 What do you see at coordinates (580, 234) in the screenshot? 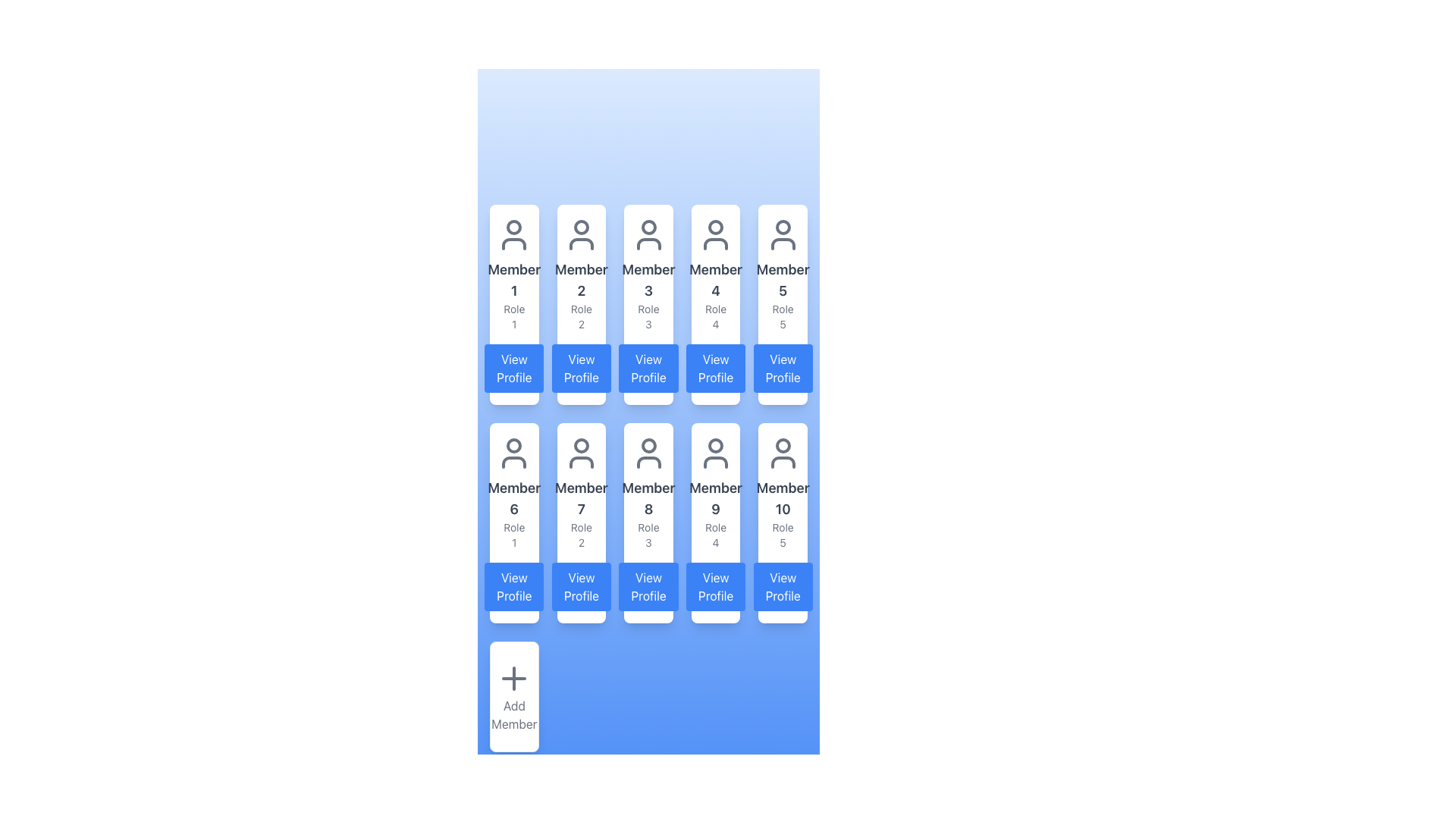
I see `the user icon located at the top of the card labeled 'Member 2 Role 2' in the second column of the grid layout` at bounding box center [580, 234].